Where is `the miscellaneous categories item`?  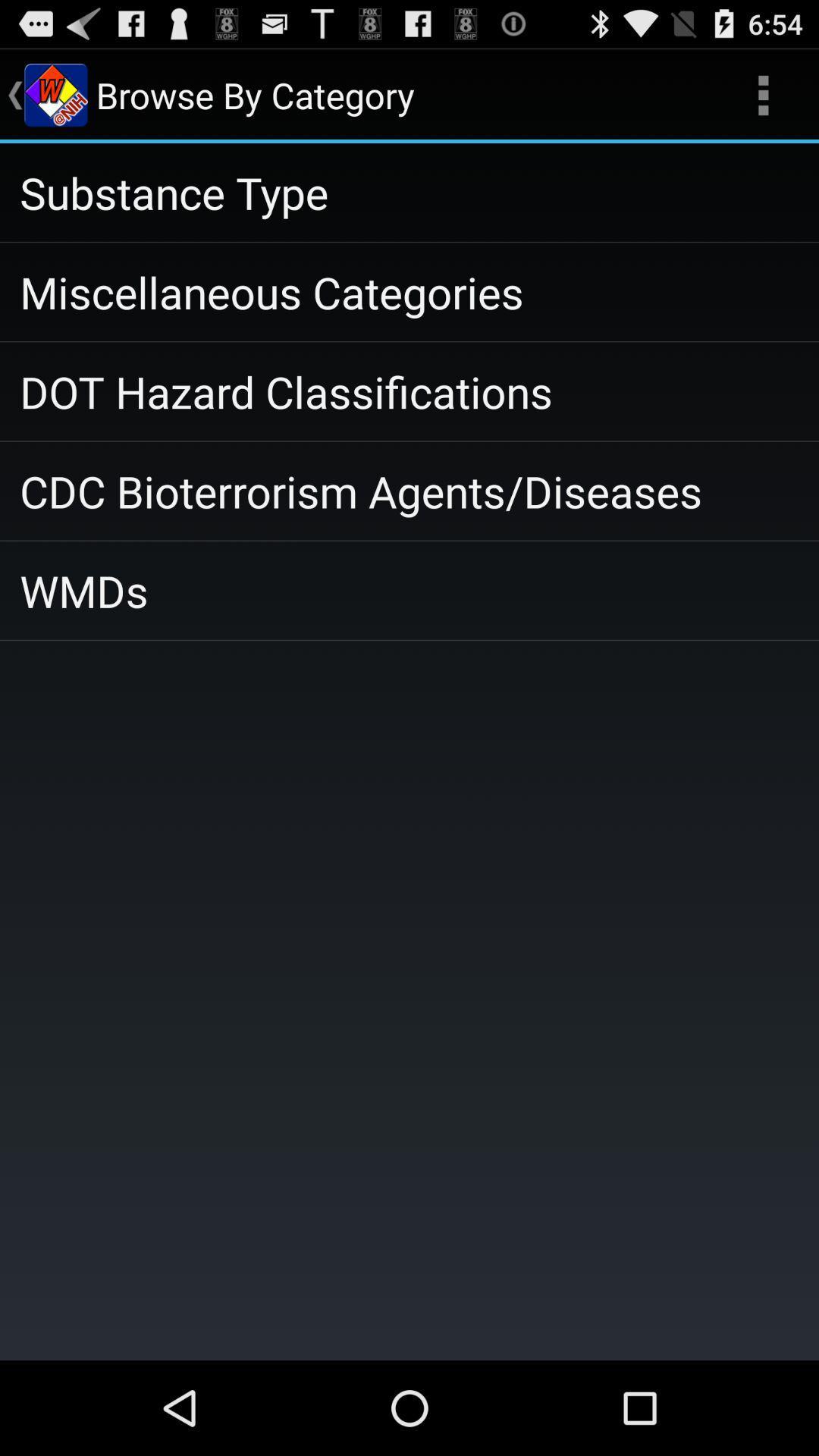
the miscellaneous categories item is located at coordinates (409, 292).